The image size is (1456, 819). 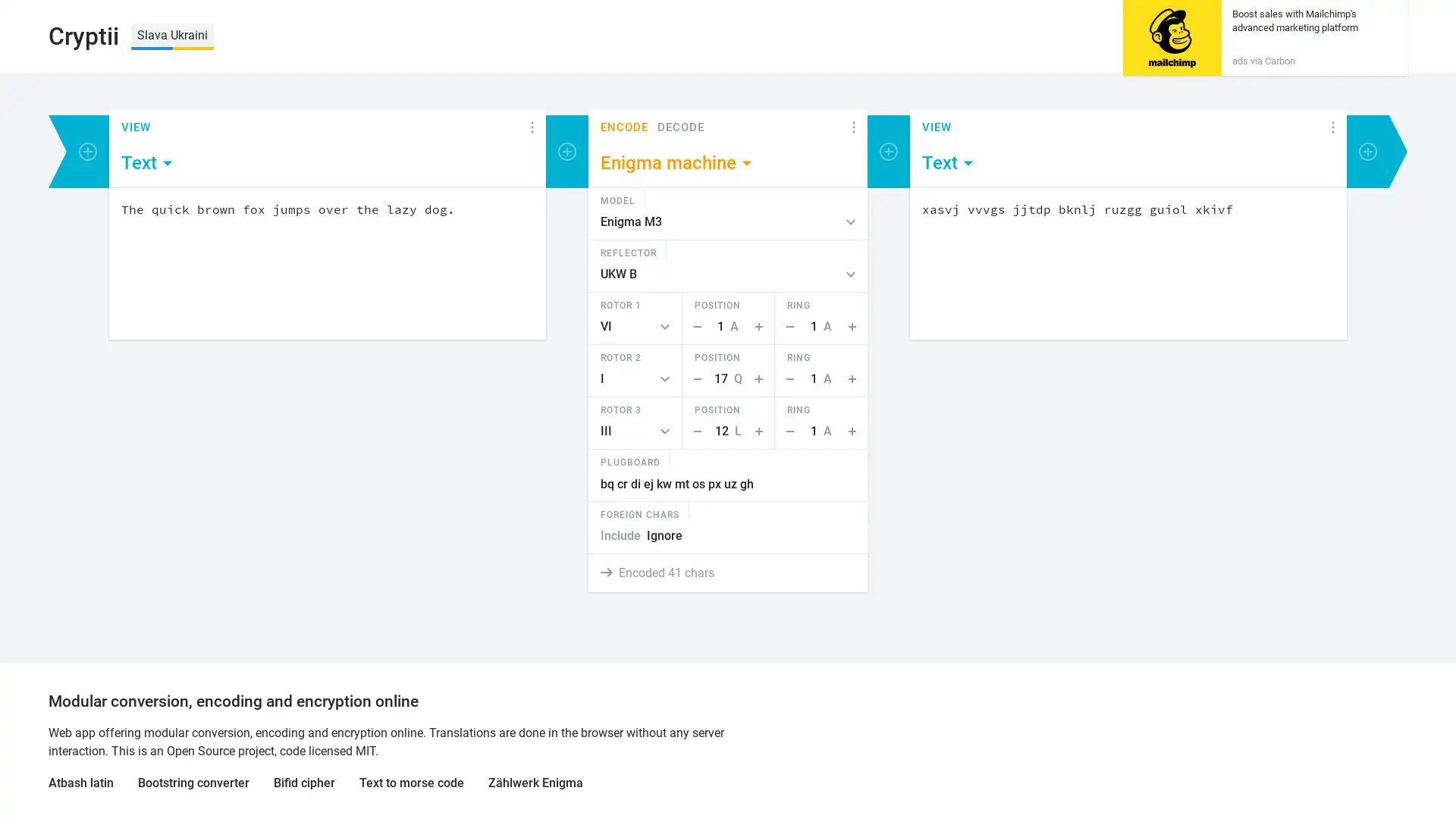 What do you see at coordinates (948, 163) in the screenshot?
I see `Text` at bounding box center [948, 163].